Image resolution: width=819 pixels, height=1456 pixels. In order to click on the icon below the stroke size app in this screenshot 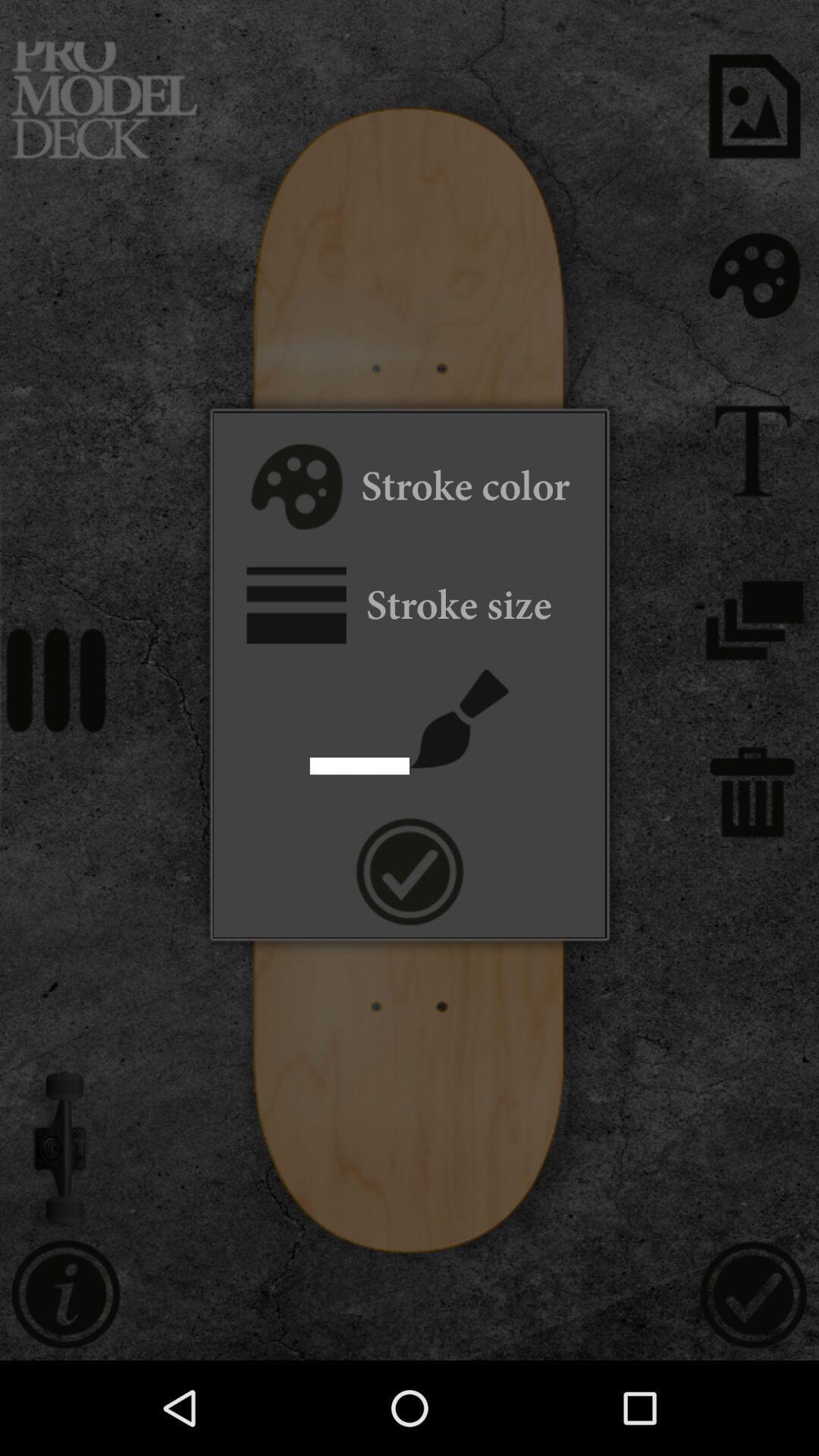, I will do `click(458, 717)`.